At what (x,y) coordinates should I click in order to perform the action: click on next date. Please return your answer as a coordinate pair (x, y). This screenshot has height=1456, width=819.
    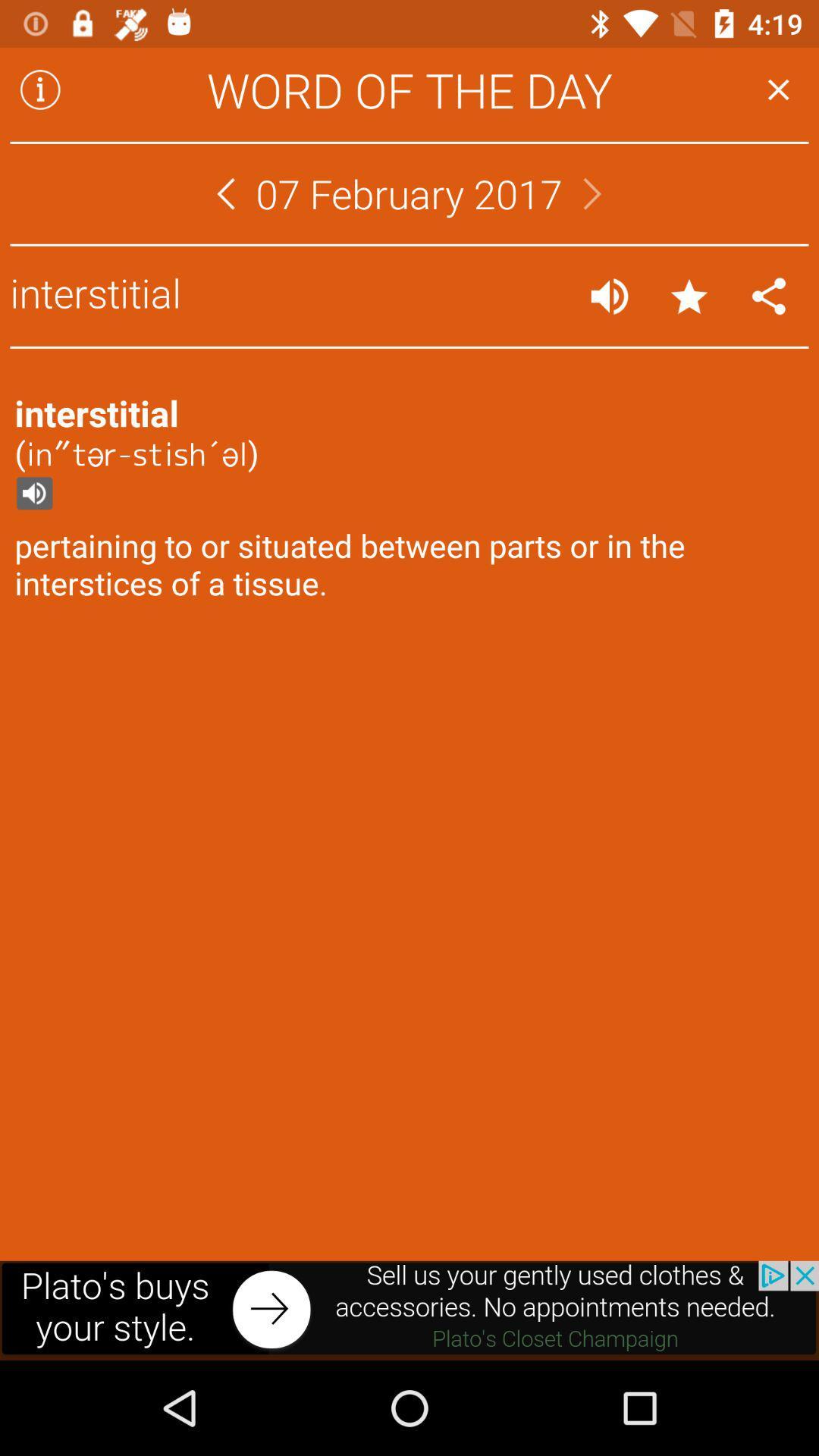
    Looking at the image, I should click on (591, 193).